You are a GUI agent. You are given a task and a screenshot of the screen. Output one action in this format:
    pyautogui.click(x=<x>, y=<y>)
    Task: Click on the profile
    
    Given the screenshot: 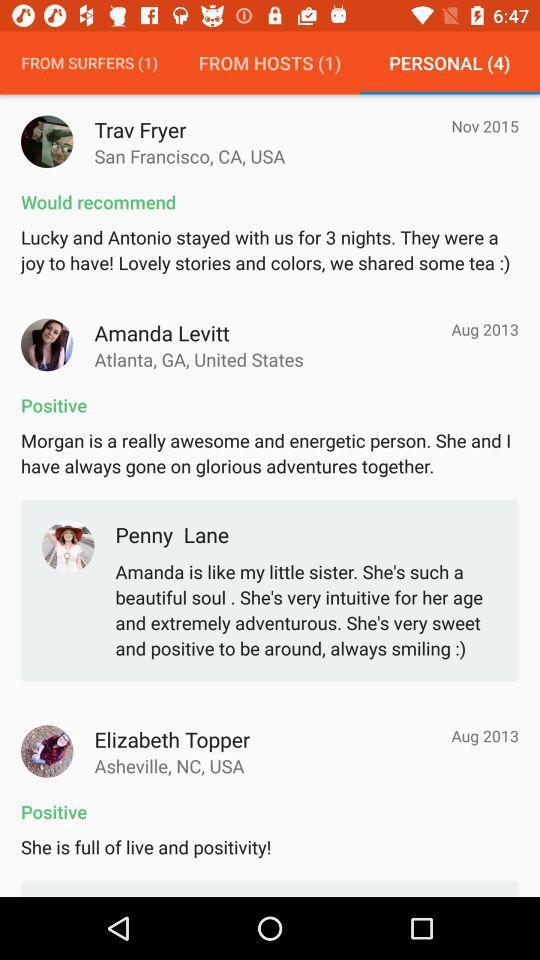 What is the action you would take?
    pyautogui.click(x=47, y=140)
    